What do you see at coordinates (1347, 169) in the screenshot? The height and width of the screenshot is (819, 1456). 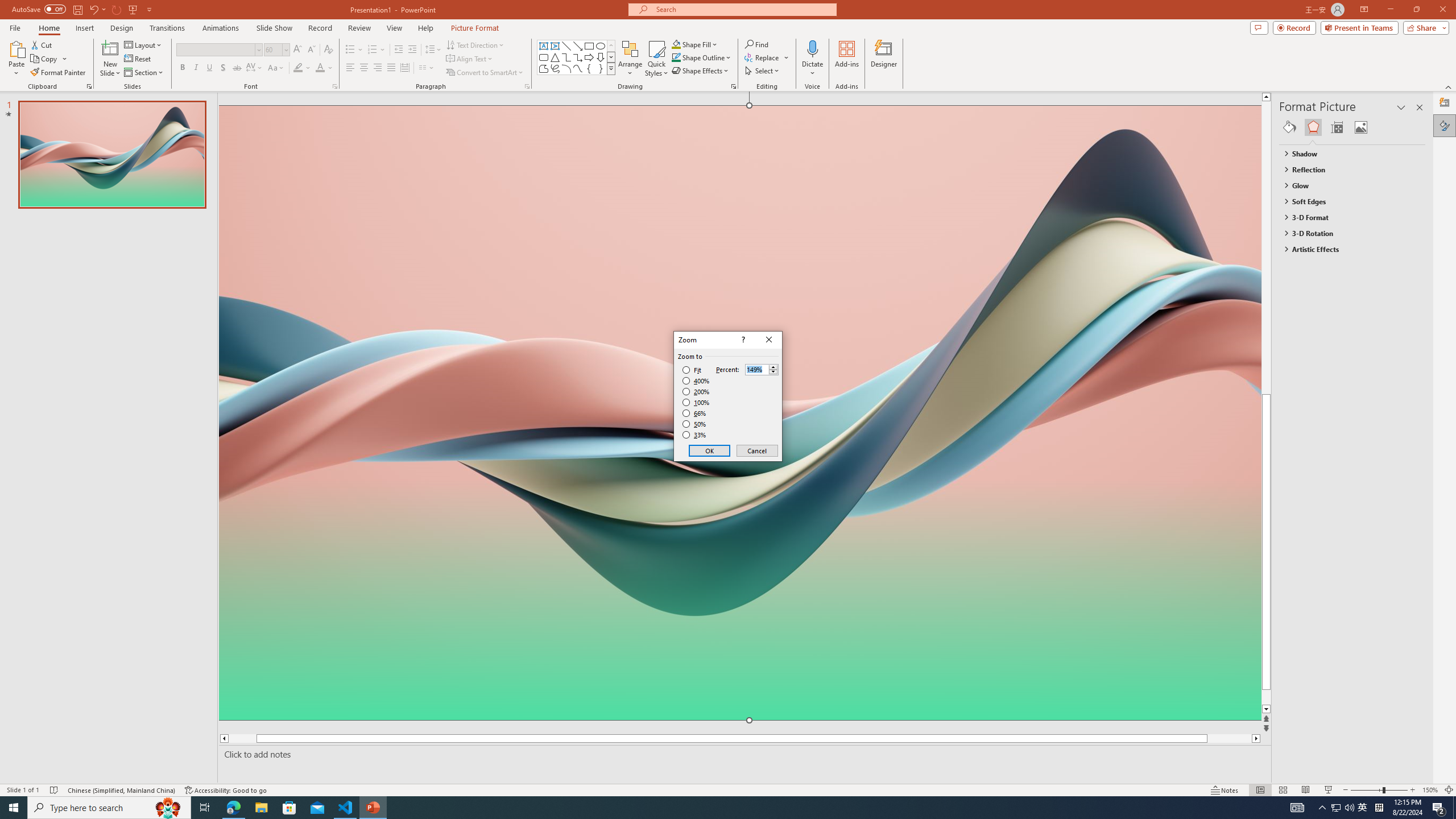 I see `'Reflection'` at bounding box center [1347, 169].